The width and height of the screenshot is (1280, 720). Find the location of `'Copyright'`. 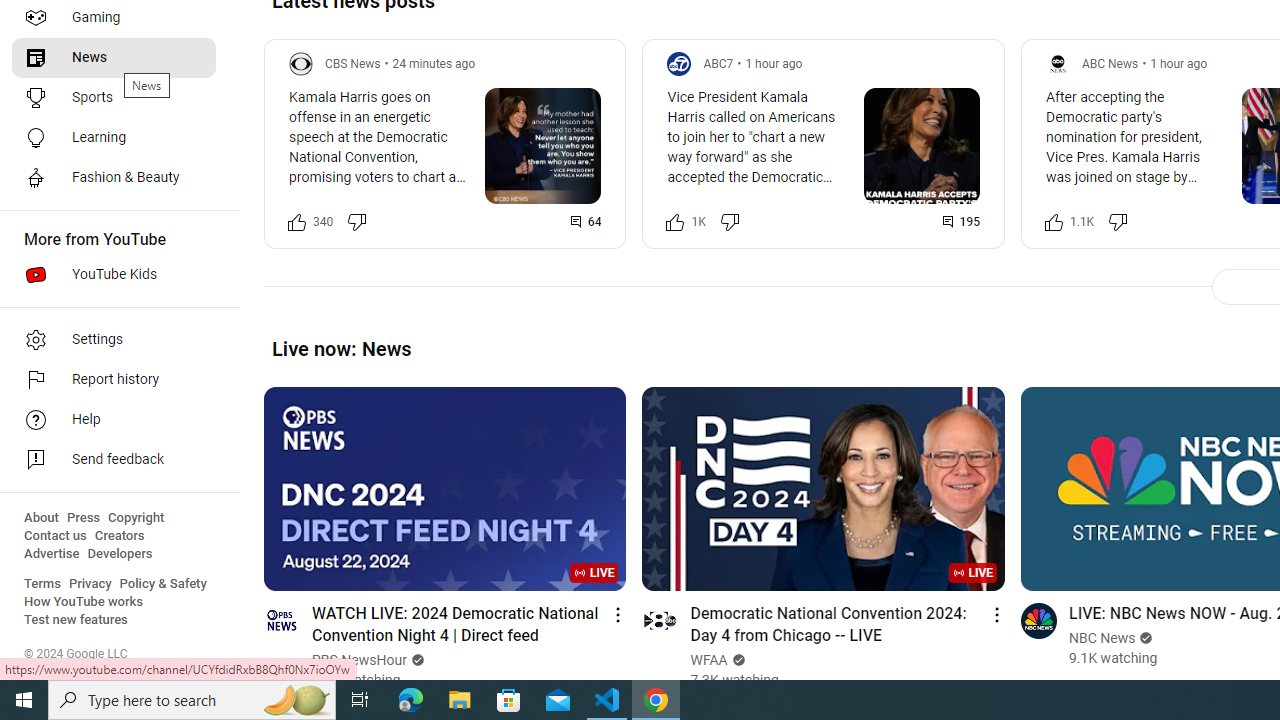

'Copyright' is located at coordinates (135, 517).